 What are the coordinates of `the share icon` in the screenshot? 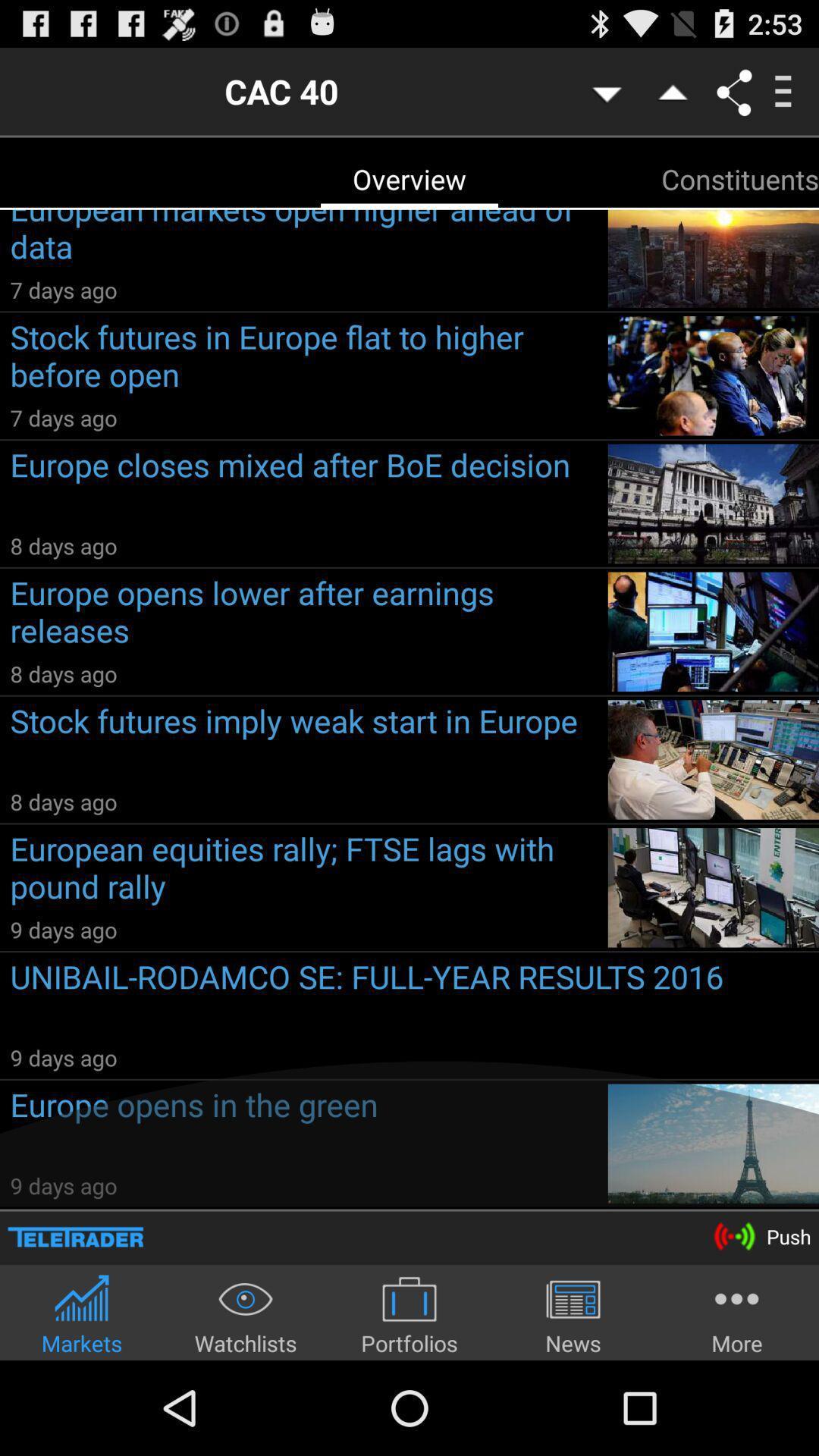 It's located at (734, 97).